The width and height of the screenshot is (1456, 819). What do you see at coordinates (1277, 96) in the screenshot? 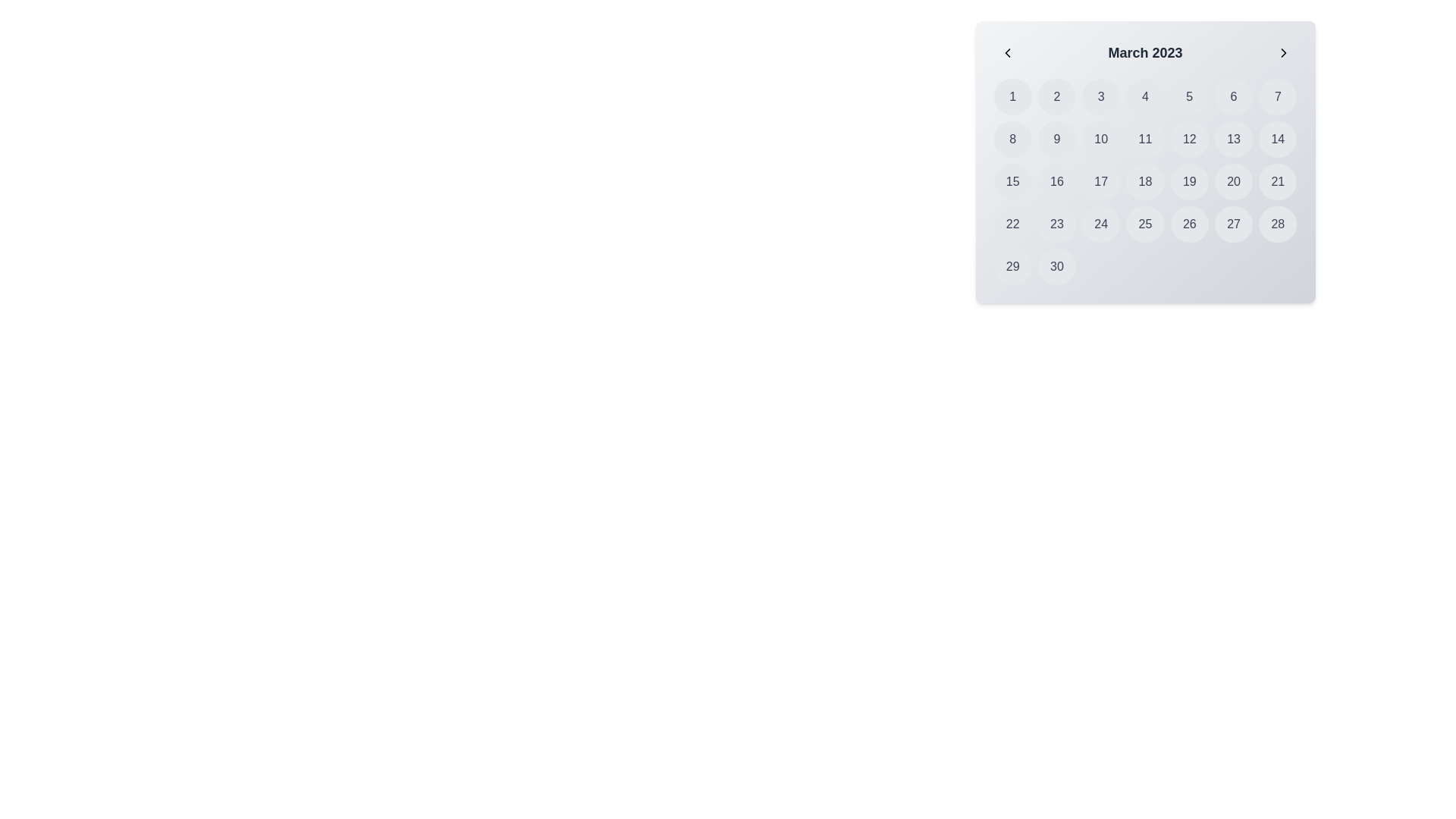
I see `the button labeled '7' in the calendar grid, which has a rounded border and a light-gray background` at bounding box center [1277, 96].